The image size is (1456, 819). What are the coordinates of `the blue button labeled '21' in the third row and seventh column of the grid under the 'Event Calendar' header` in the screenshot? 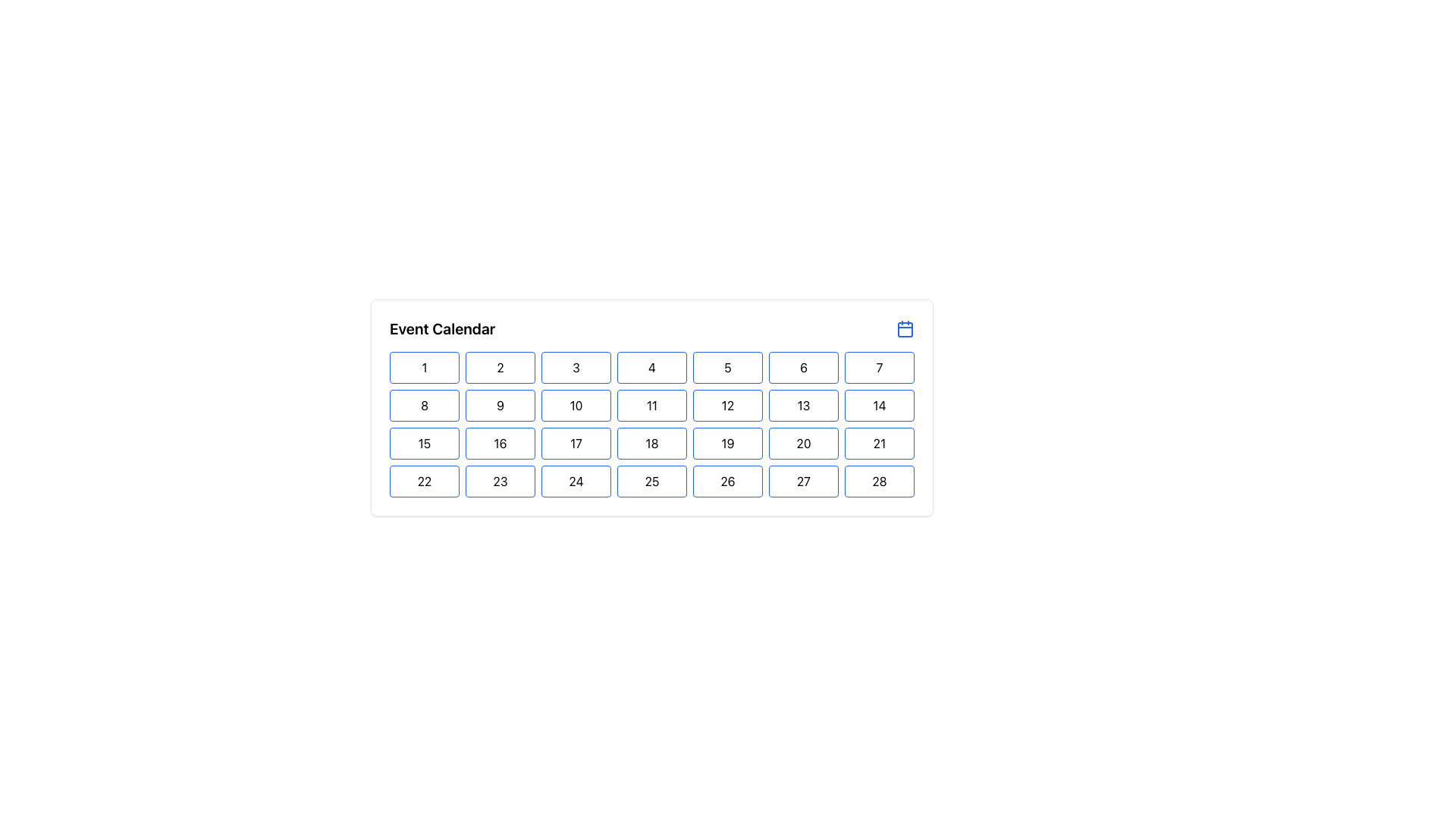 It's located at (880, 444).